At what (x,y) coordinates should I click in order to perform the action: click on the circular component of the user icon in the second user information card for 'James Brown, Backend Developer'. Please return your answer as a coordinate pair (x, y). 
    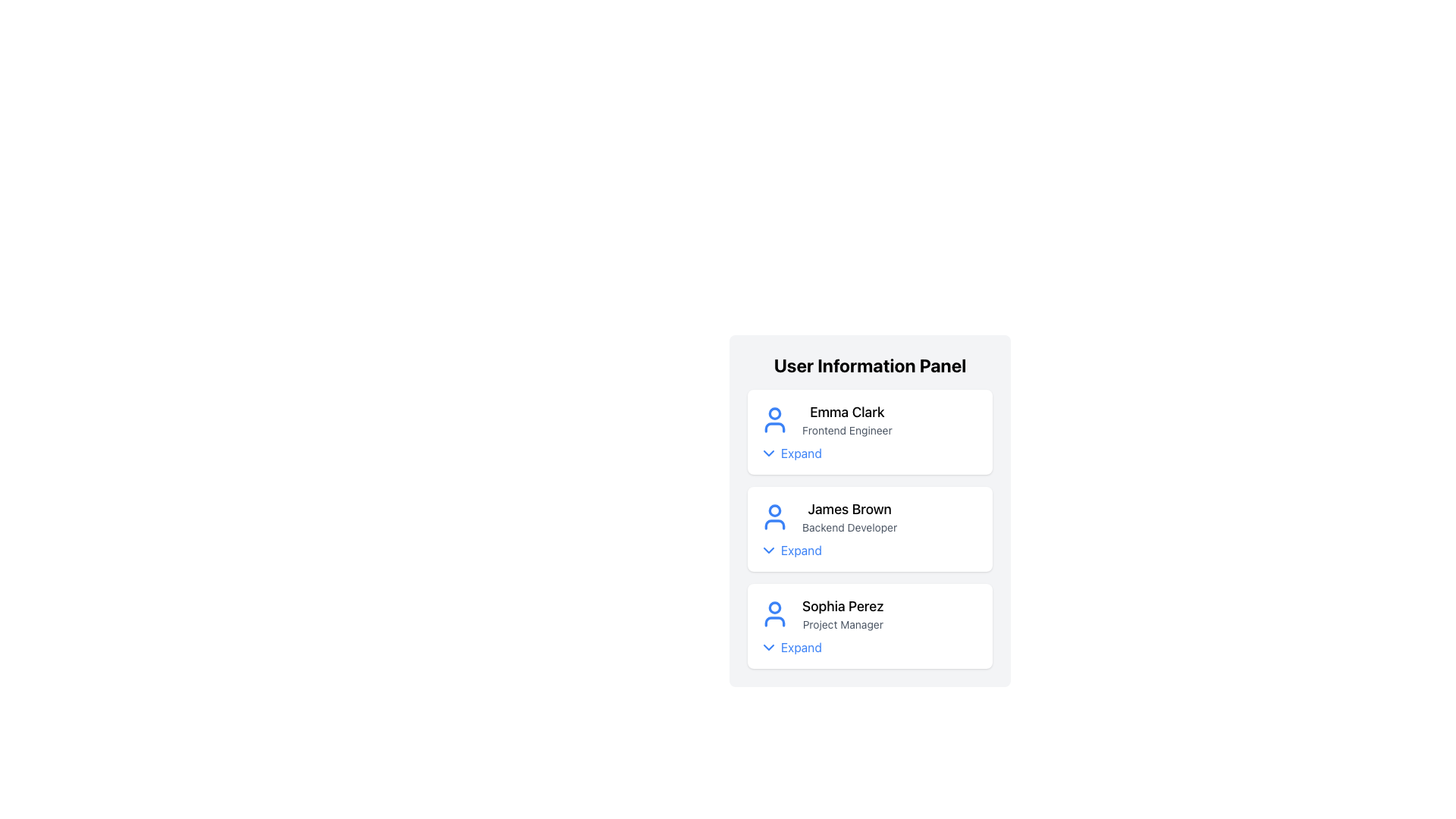
    Looking at the image, I should click on (775, 510).